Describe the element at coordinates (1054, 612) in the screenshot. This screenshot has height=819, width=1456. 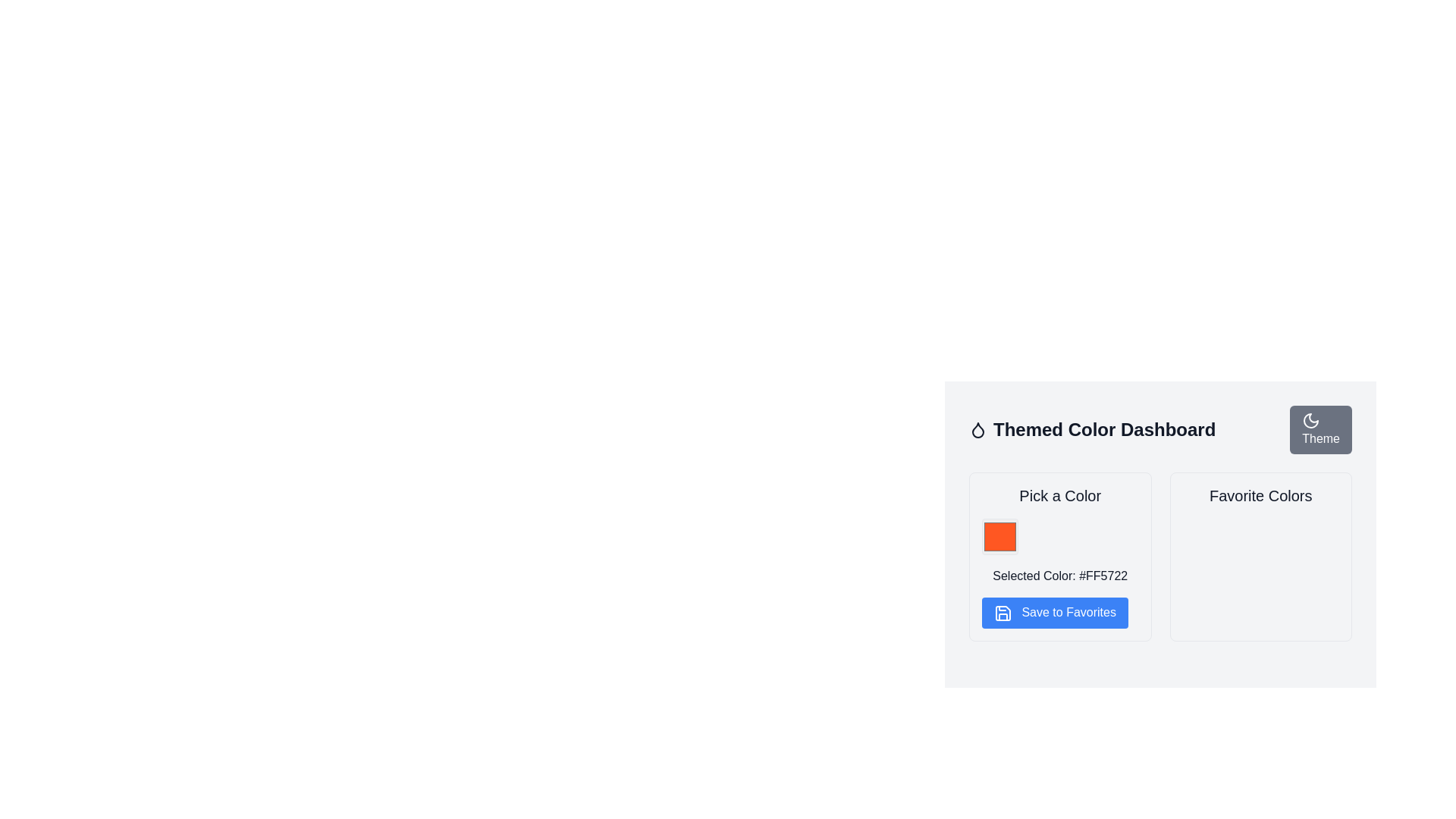
I see `the 'Save to Favorites' button with a blue background and white text, located in the 'Pick a Color' card` at that location.